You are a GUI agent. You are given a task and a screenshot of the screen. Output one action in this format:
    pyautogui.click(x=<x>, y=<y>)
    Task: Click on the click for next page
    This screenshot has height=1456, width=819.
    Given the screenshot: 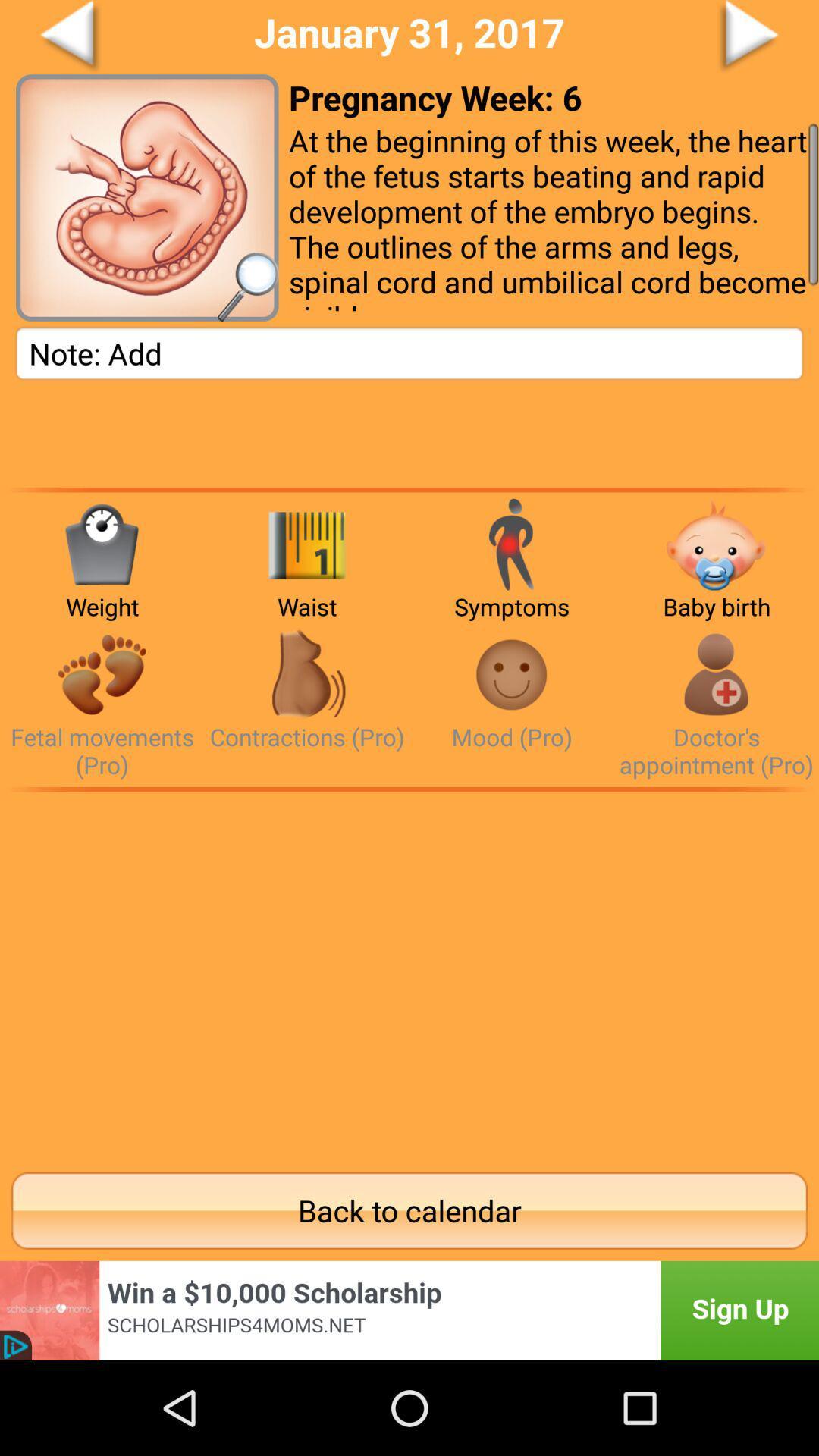 What is the action you would take?
    pyautogui.click(x=692, y=37)
    